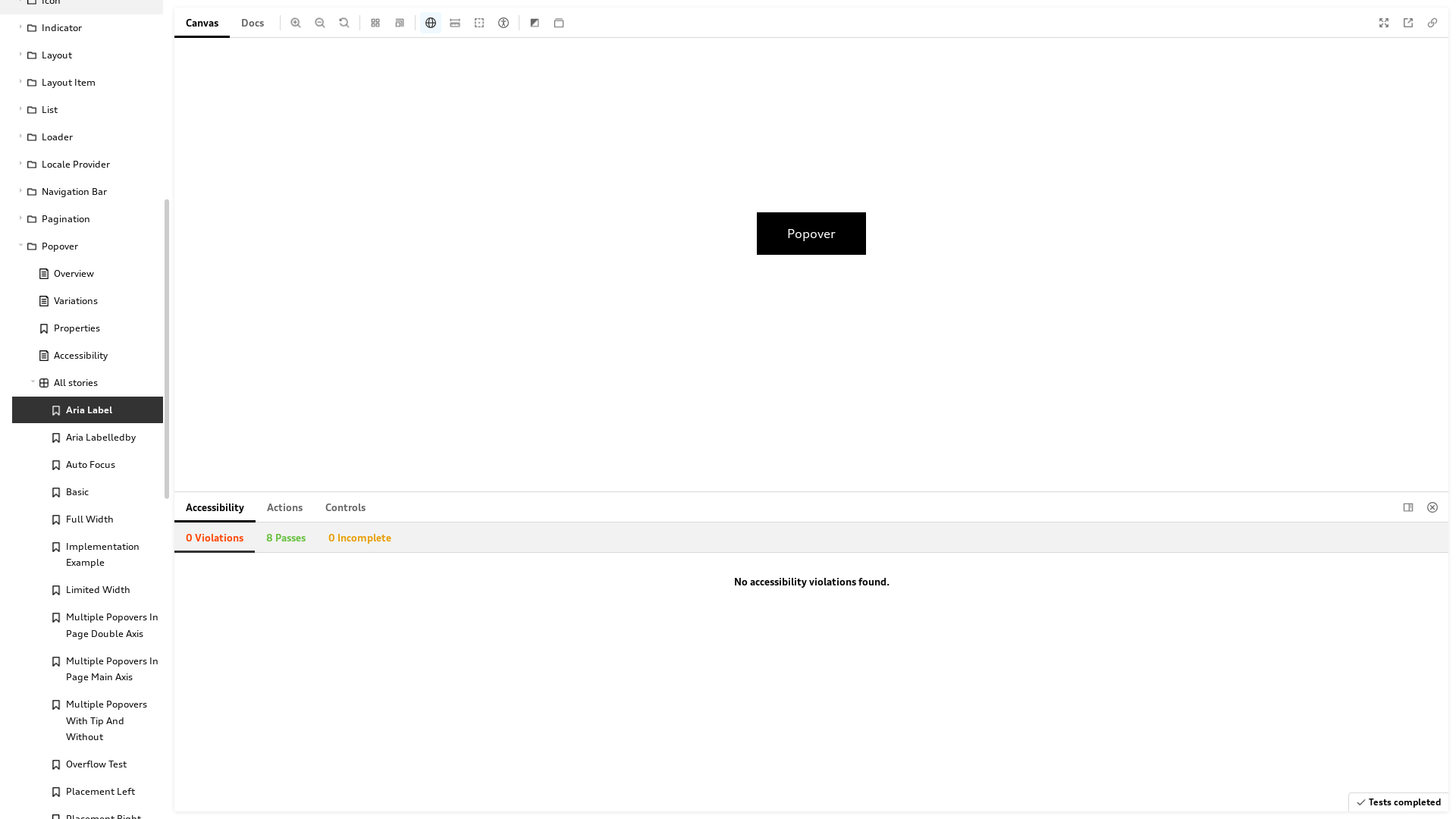 The height and width of the screenshot is (819, 1456). I want to click on 'Aria Label', so click(86, 409).